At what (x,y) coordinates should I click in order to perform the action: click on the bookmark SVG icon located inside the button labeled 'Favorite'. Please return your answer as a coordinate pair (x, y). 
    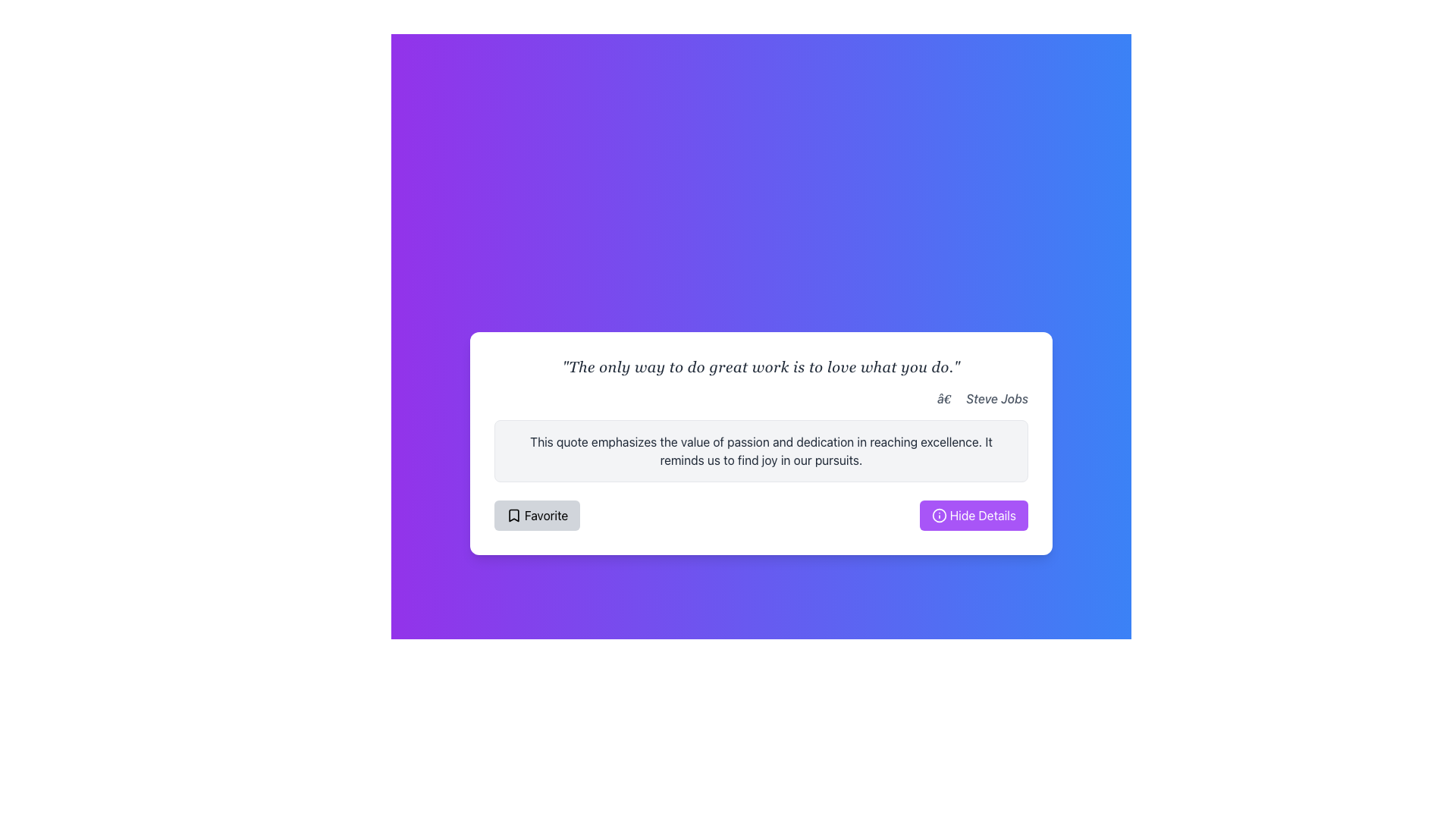
    Looking at the image, I should click on (513, 514).